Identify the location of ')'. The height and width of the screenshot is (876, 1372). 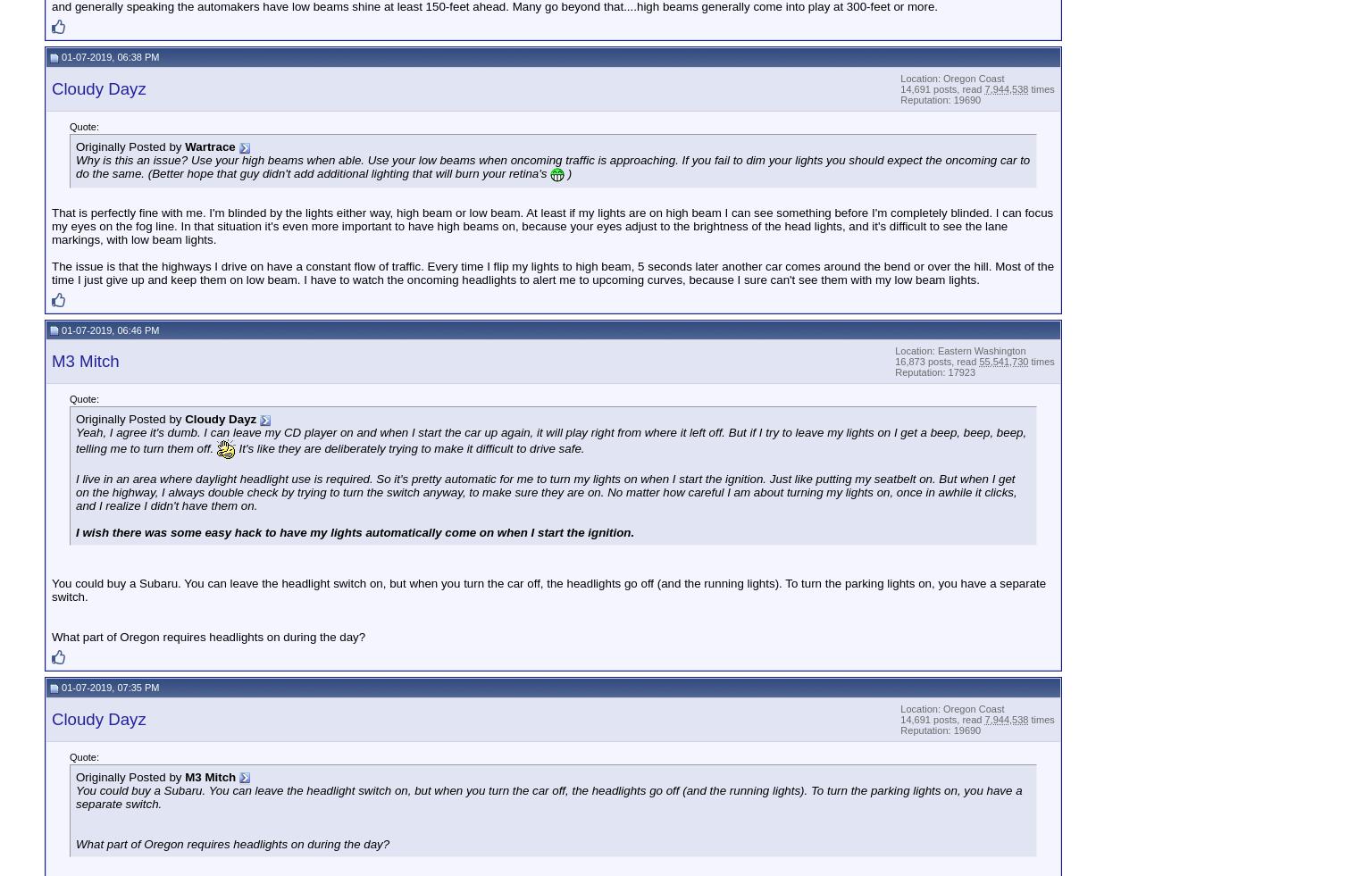
(564, 172).